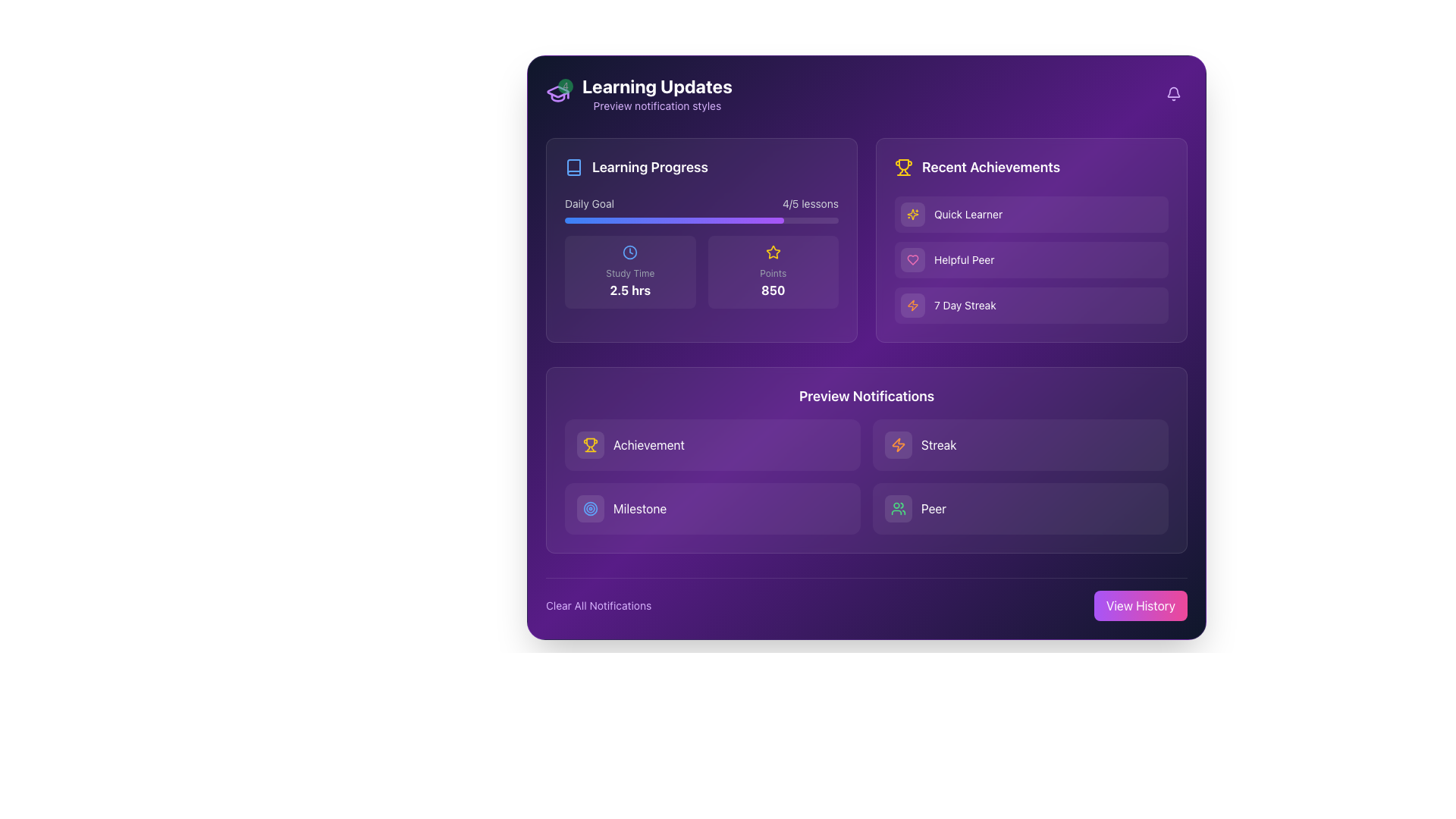  What do you see at coordinates (773, 271) in the screenshot?
I see `the Display card that shows '850' points with a star icon above it, located in the 'Learning Progress' section` at bounding box center [773, 271].